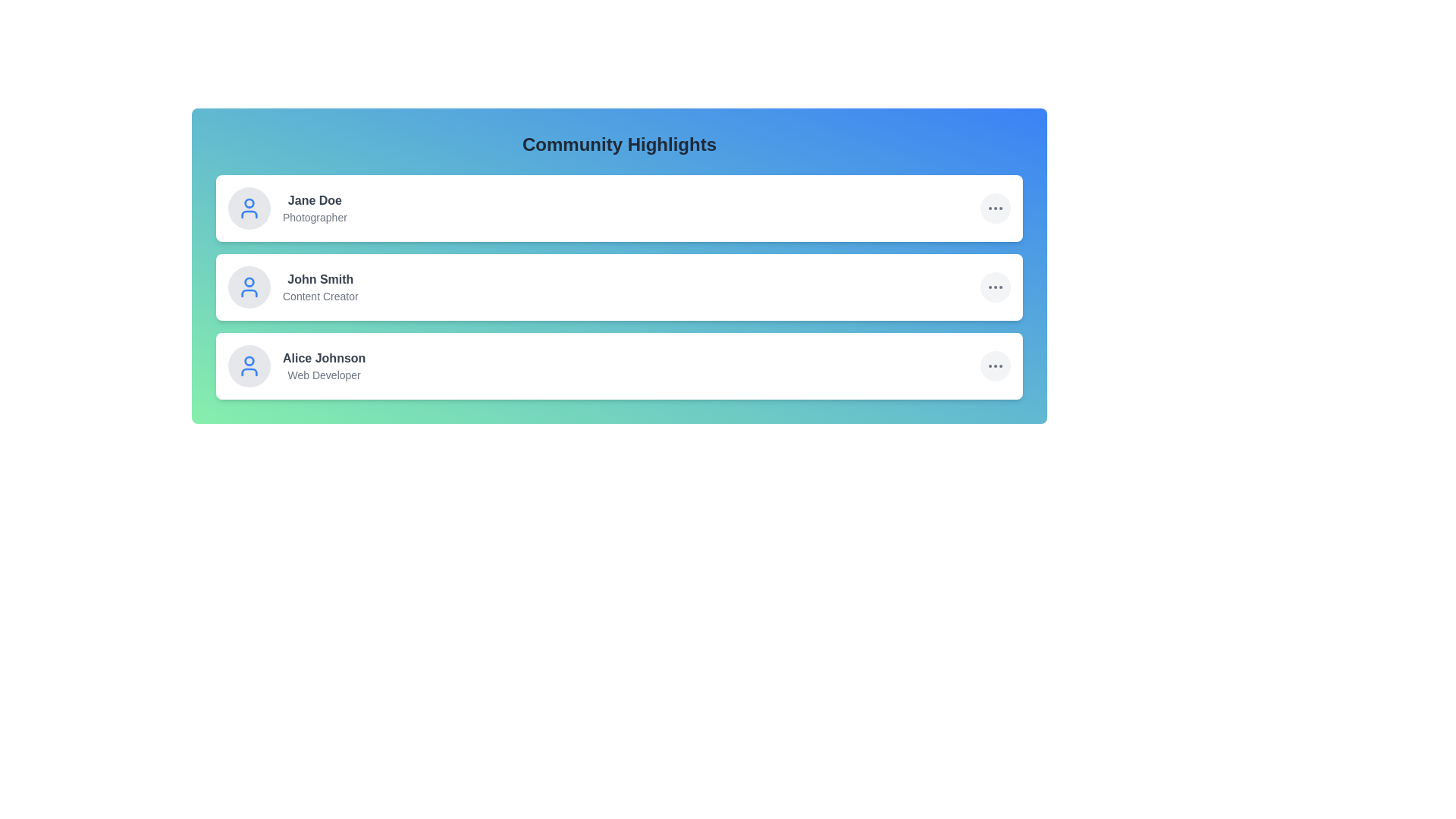  Describe the element at coordinates (619, 366) in the screenshot. I see `the user profile card for 'Alice Johnson', which is the third card in a vertical list of user profile cards` at that location.